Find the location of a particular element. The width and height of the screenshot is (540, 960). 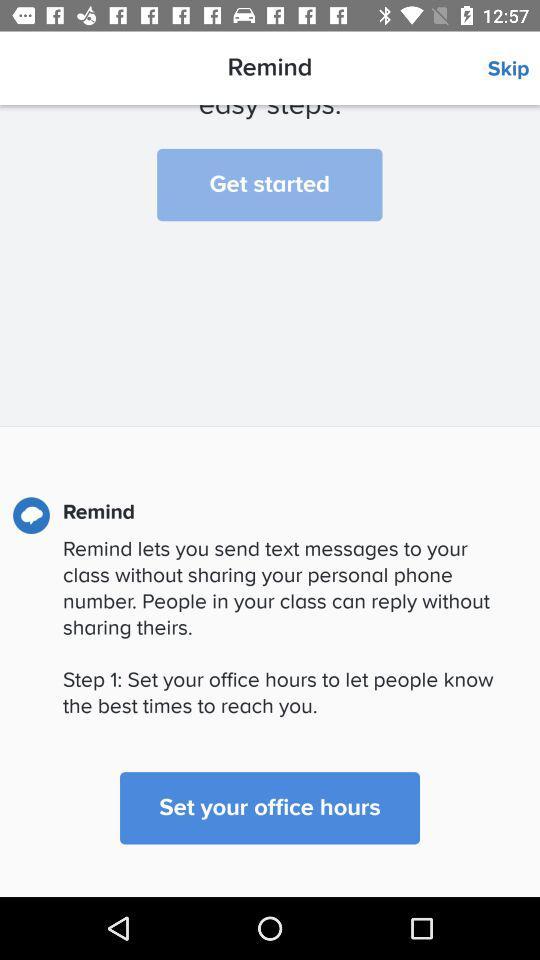

get started icon is located at coordinates (269, 185).